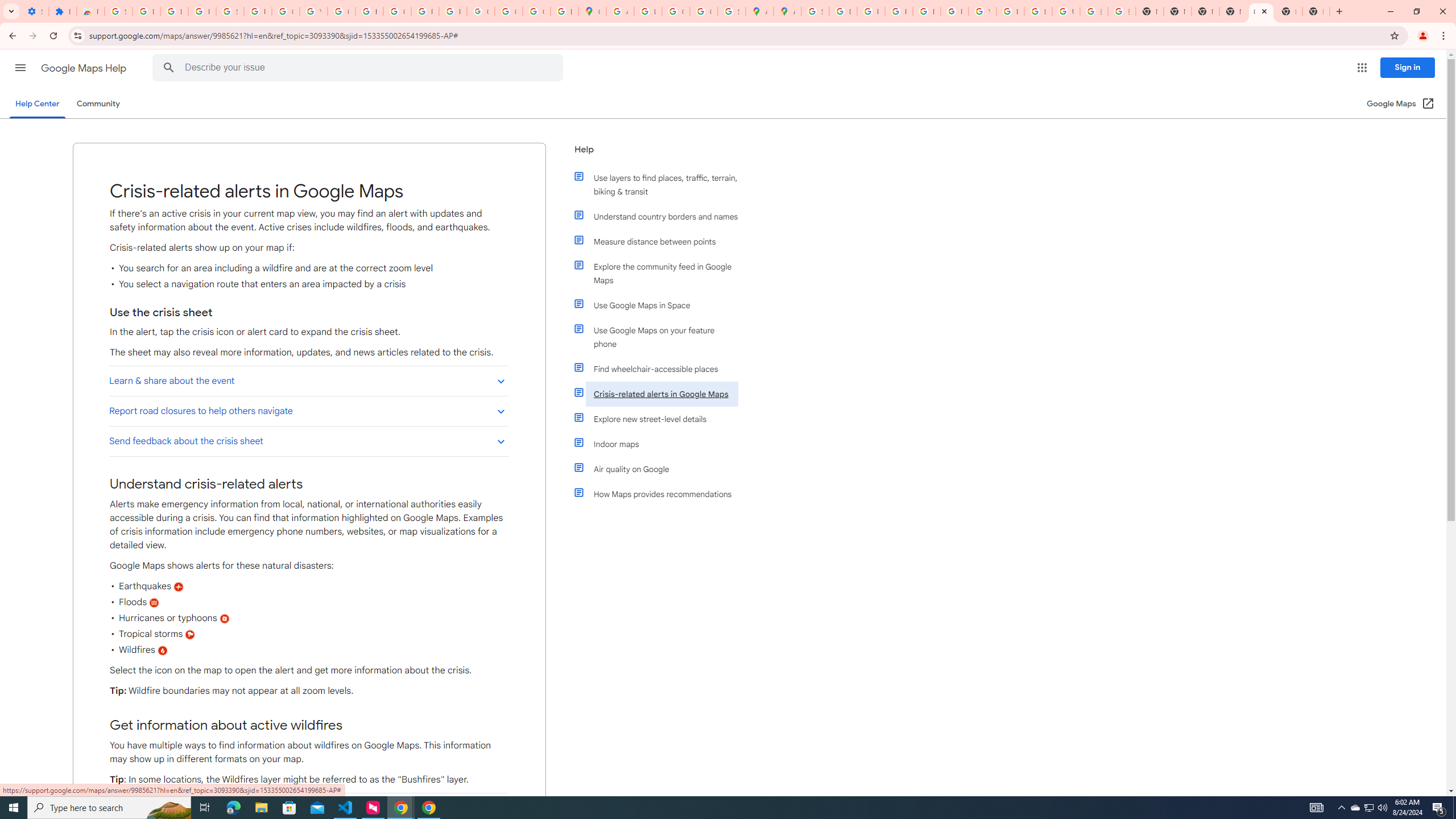  I want to click on 'Google Maps Help', so click(84, 68).